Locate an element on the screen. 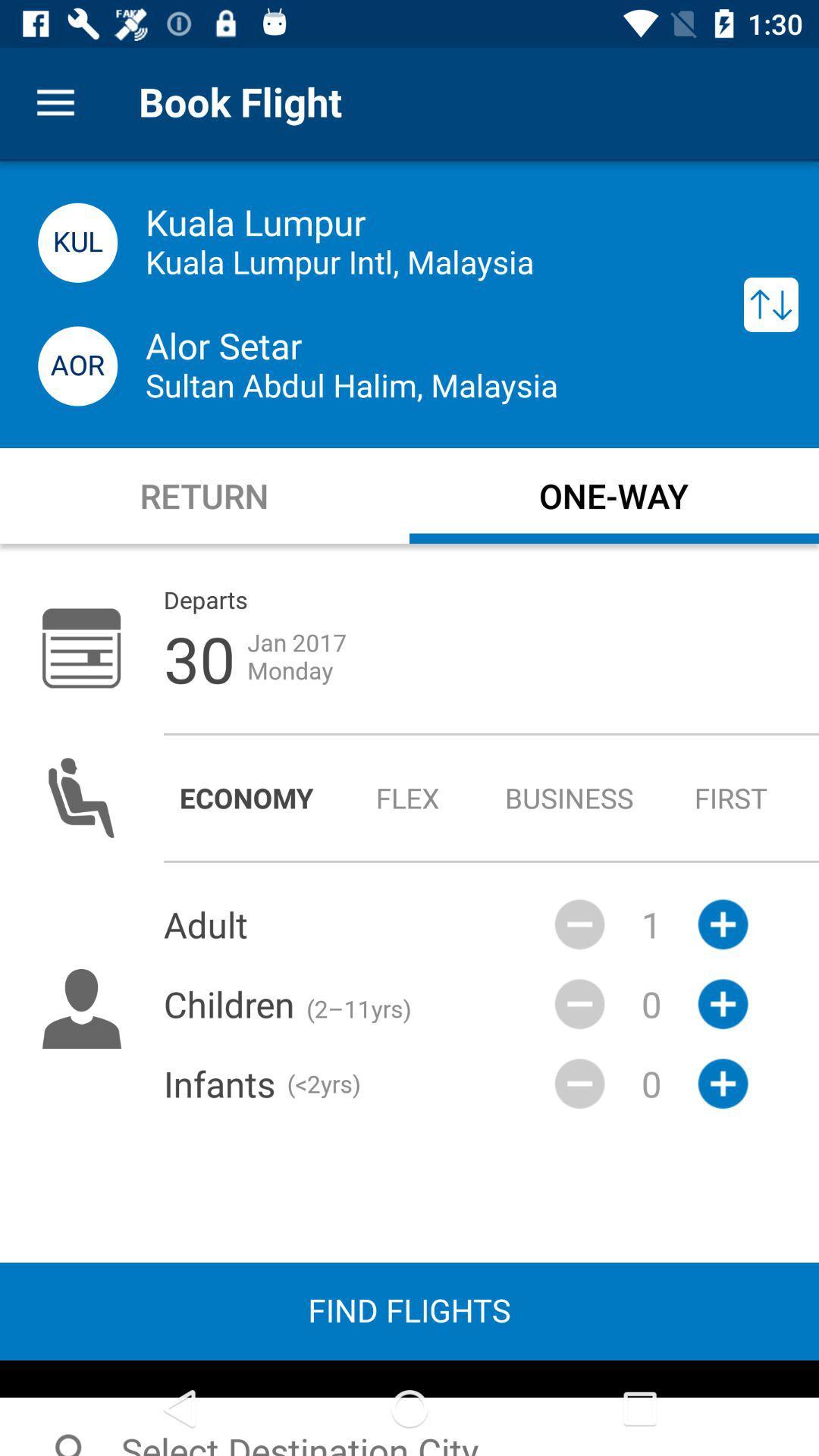 This screenshot has width=819, height=1456. flex radio button is located at coordinates (407, 797).